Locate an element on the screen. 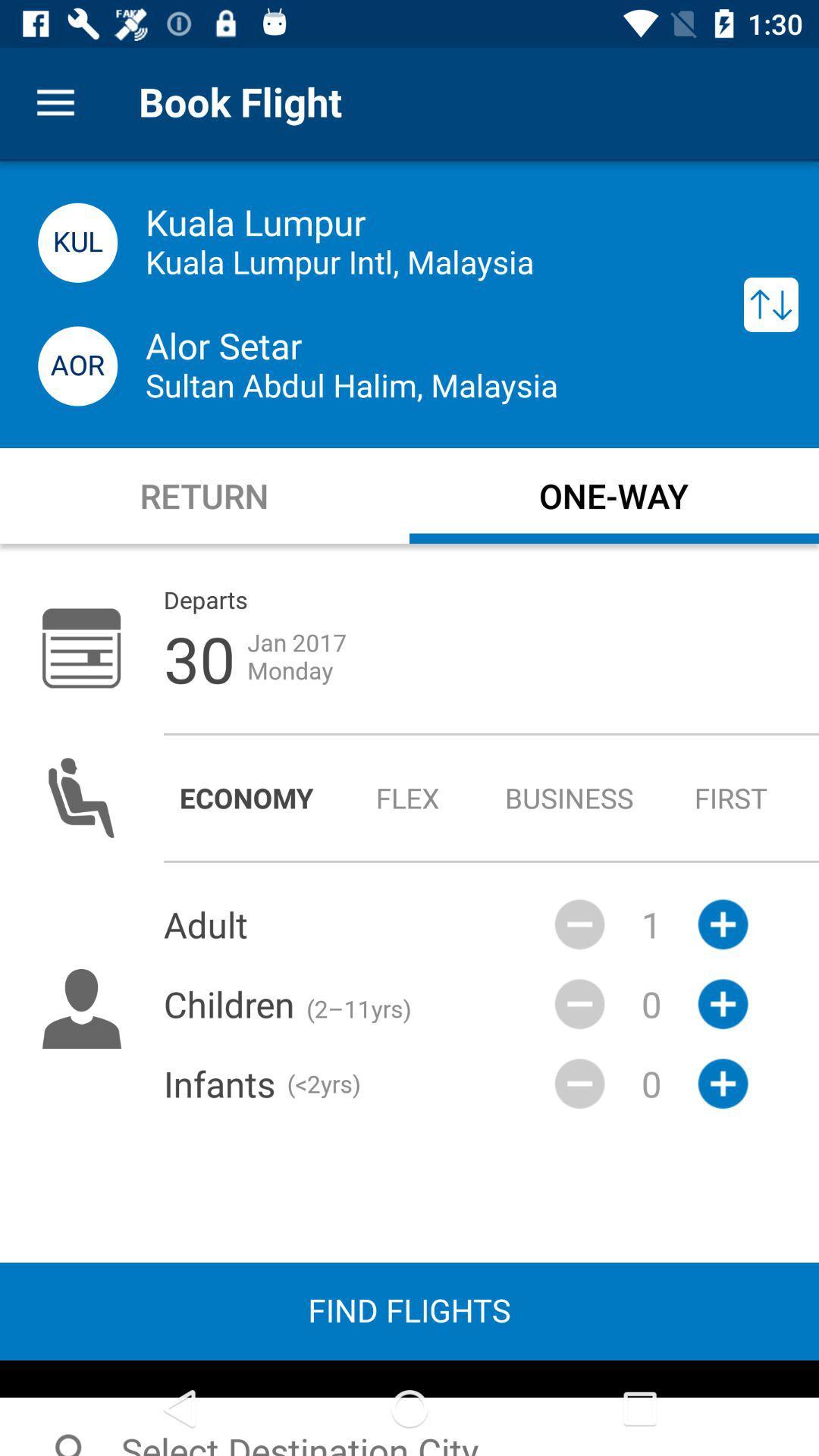 This screenshot has width=819, height=1456. flex radio button is located at coordinates (407, 797).